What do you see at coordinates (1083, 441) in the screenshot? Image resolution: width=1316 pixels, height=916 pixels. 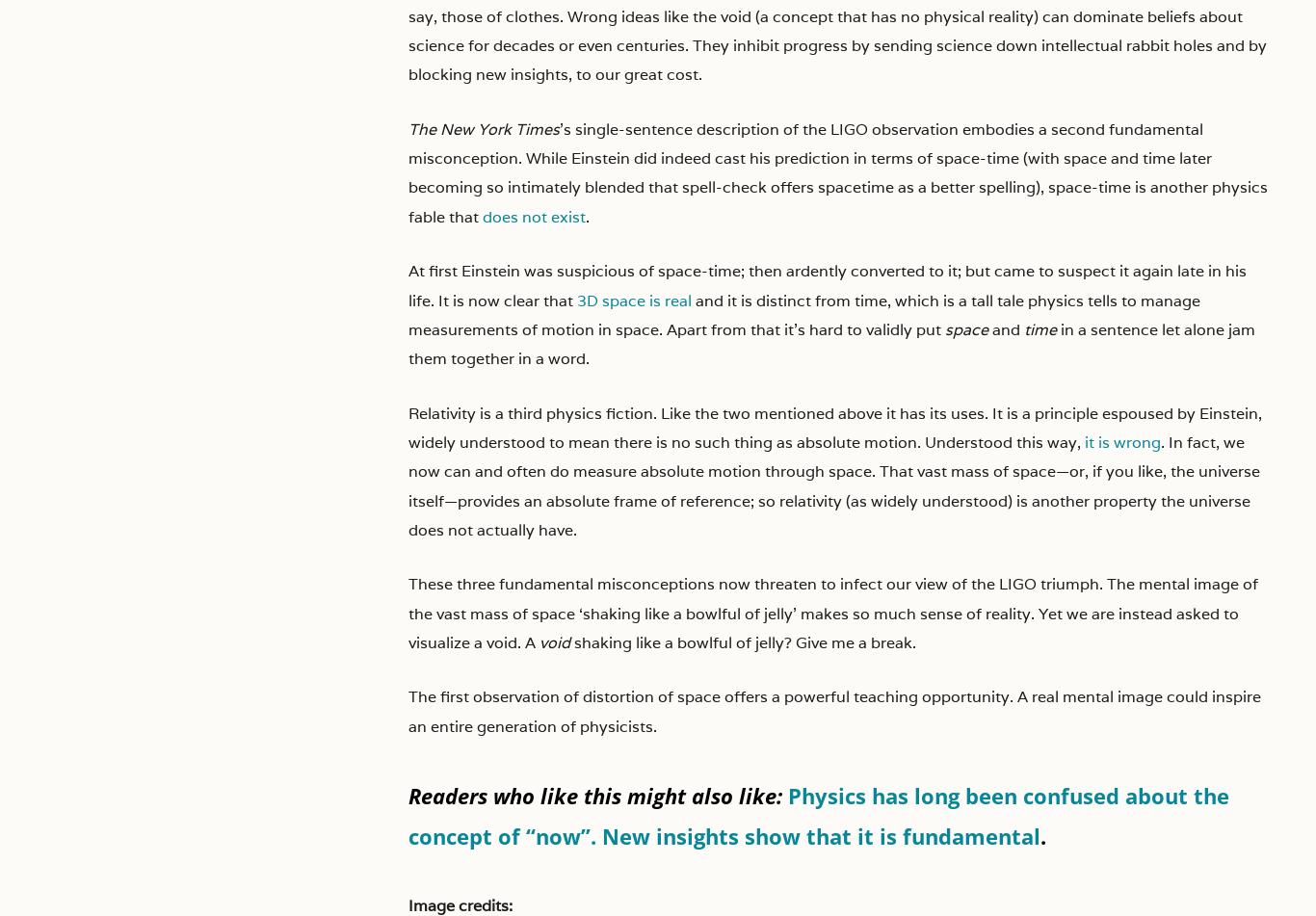 I see `'it is wrong'` at bounding box center [1083, 441].